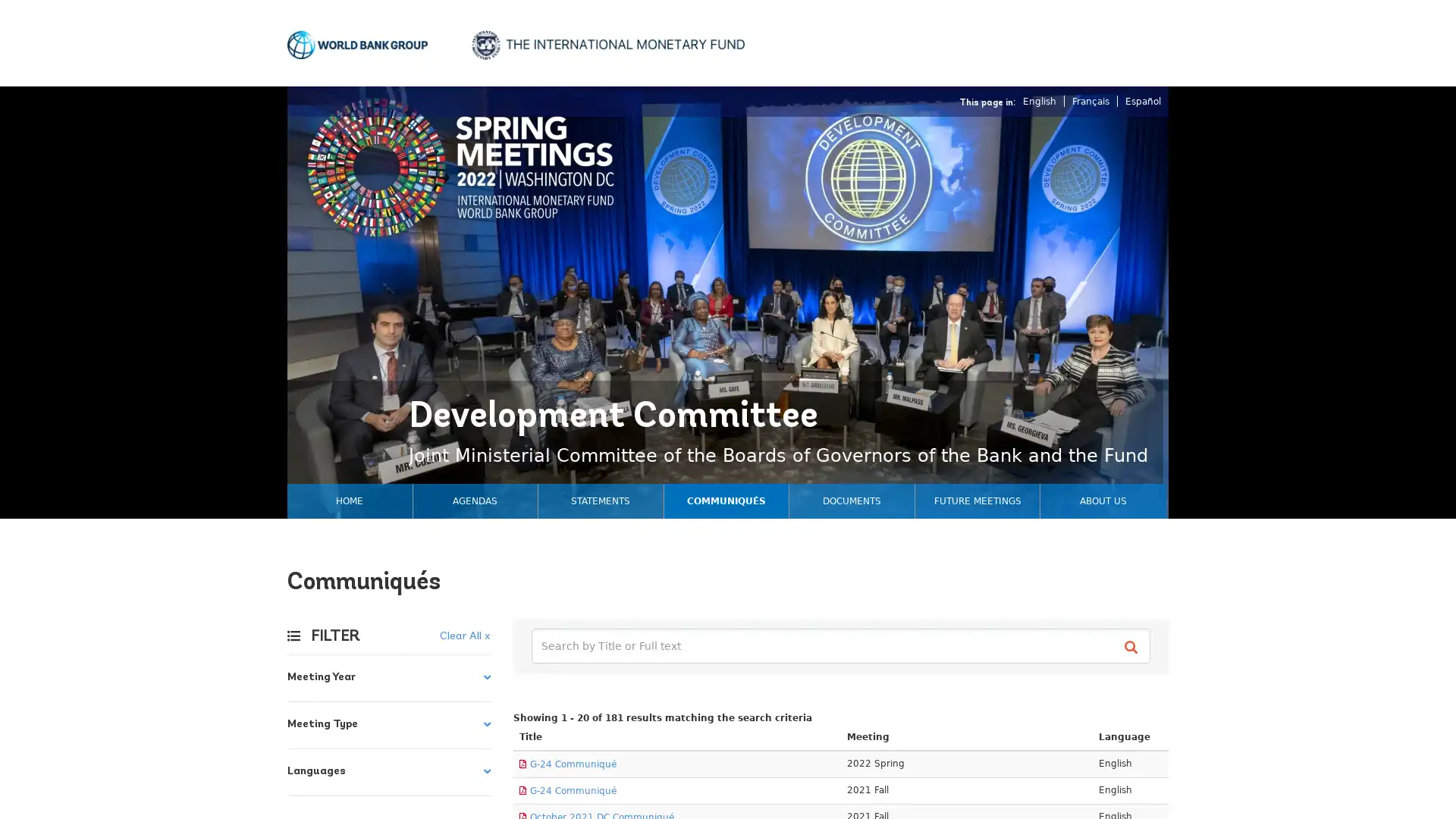 This screenshot has height=819, width=1456. Describe the element at coordinates (389, 724) in the screenshot. I see `Meeting Type` at that location.